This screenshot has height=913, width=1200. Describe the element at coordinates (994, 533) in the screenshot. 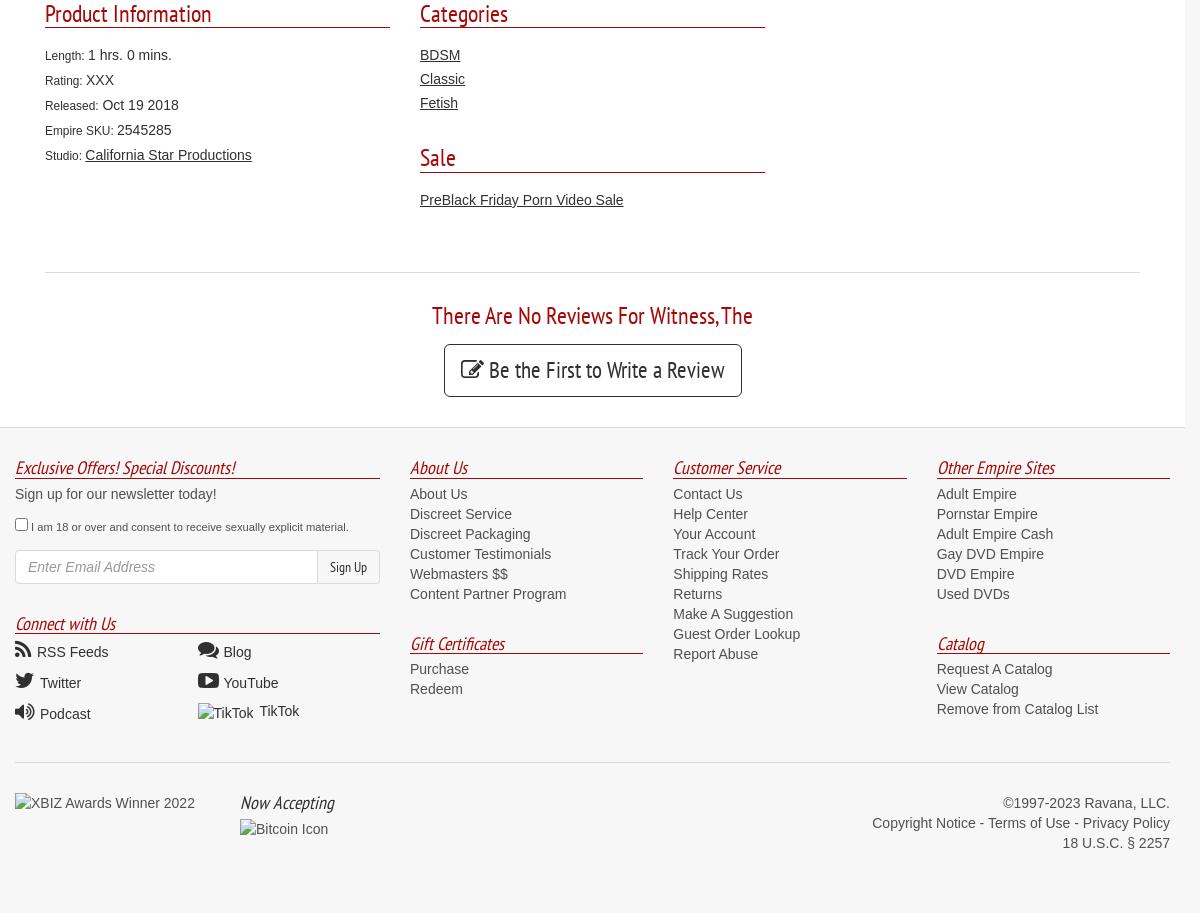

I see `'Adult Empire Cash'` at that location.